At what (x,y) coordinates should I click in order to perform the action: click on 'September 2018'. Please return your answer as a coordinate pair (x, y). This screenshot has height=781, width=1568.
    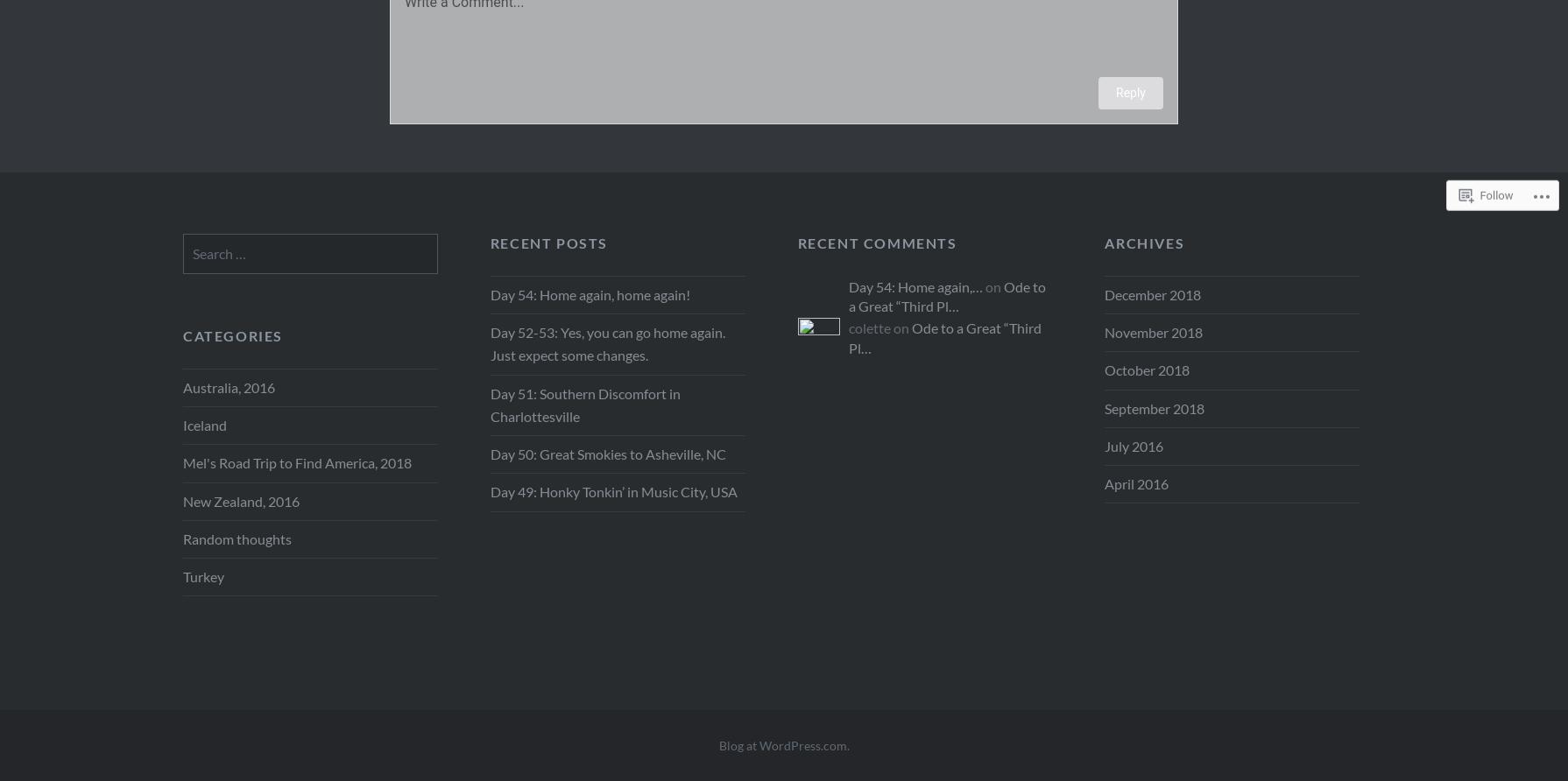
    Looking at the image, I should click on (1154, 407).